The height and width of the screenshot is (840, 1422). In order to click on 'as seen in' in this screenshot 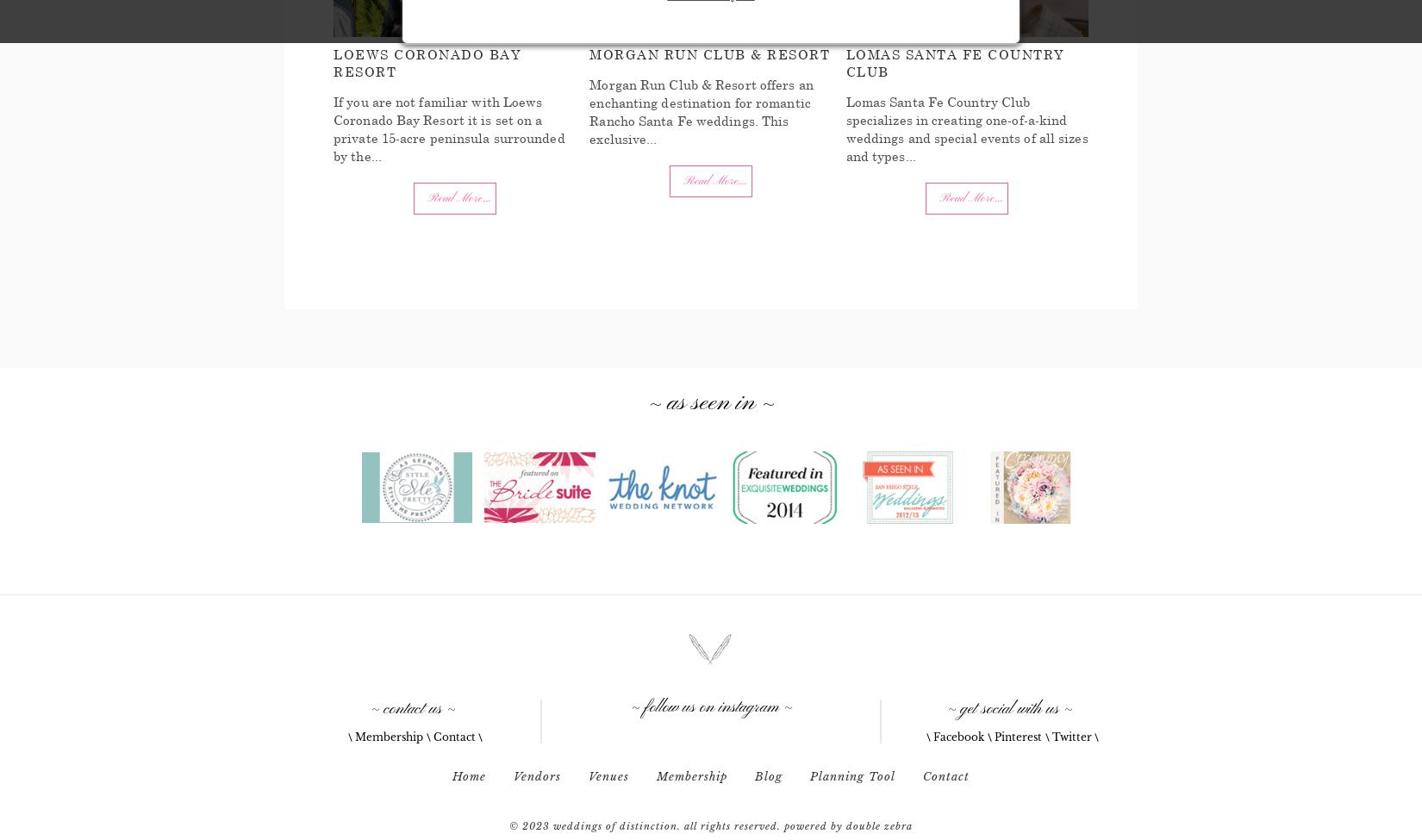, I will do `click(711, 402)`.